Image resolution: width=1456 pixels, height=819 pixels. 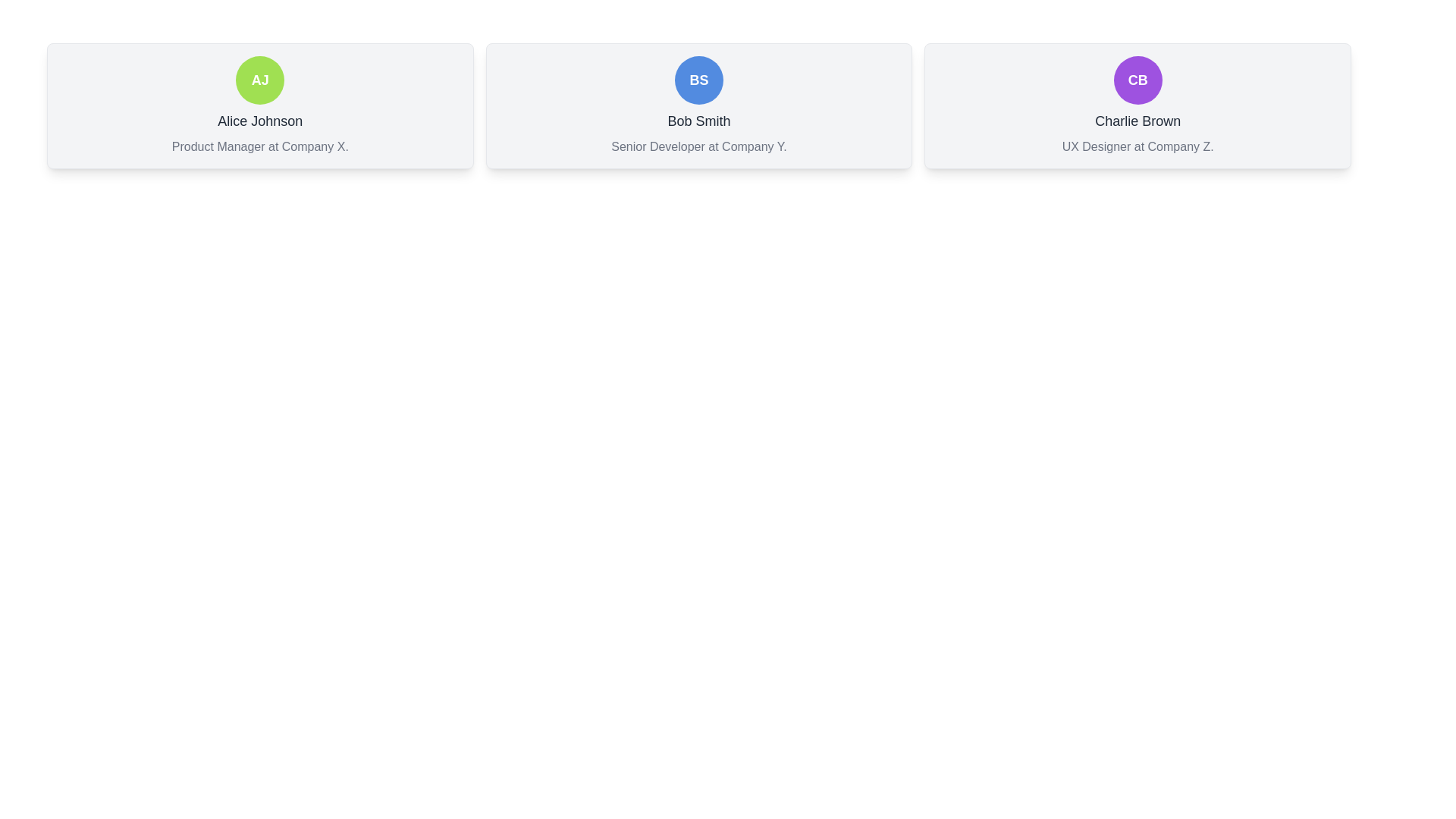 What do you see at coordinates (698, 120) in the screenshot?
I see `the non-interactive text label identifying 'Bob Smith', which is positioned below the badge with 'BS' and above the descriptive text 'Senior Developer at Company Y'` at bounding box center [698, 120].